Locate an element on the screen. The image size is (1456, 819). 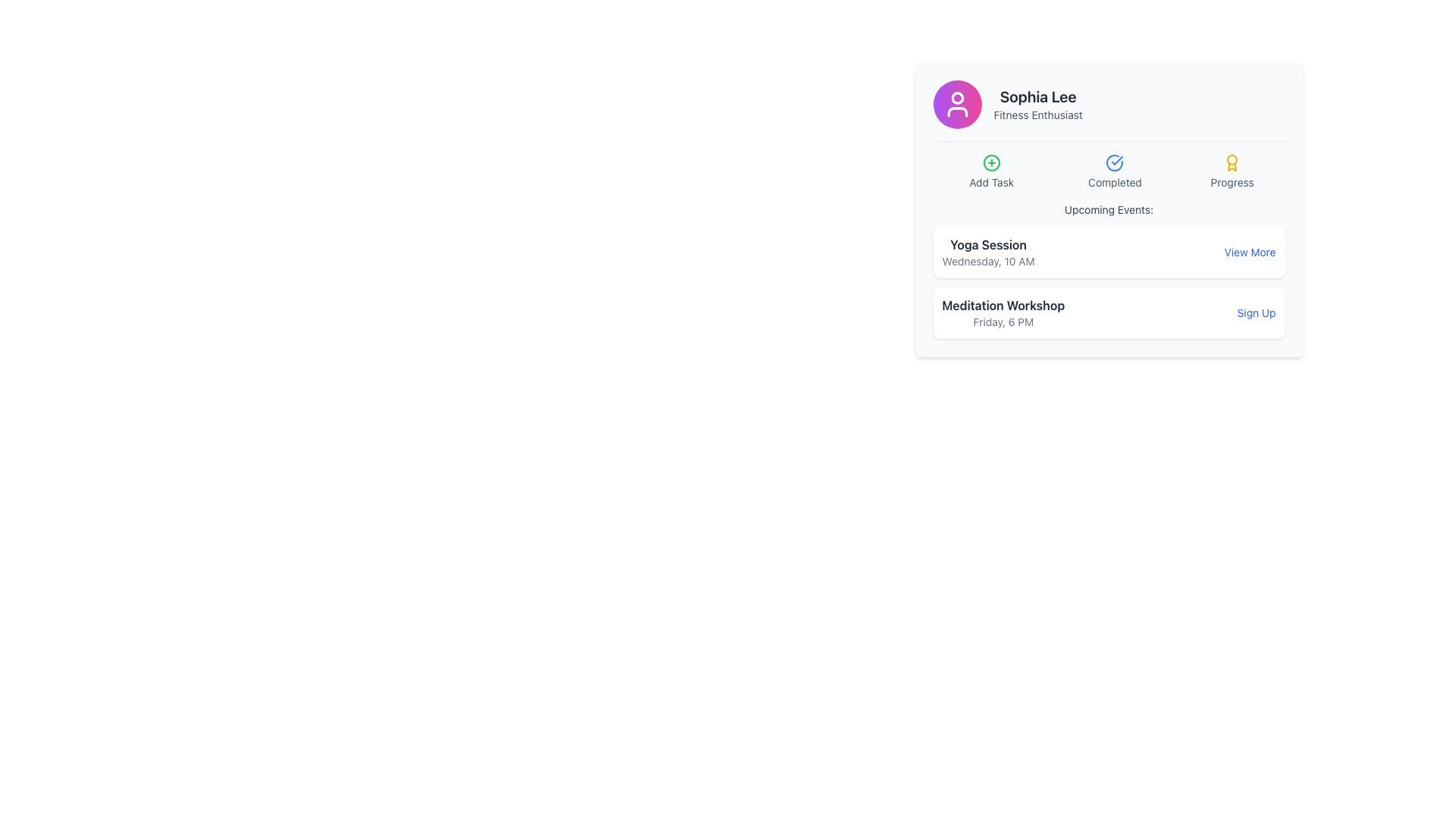
the text label displaying the details or timestamp for the 'Meditation Workshop' event, which is located below the title within the card component in the 'Upcoming Events' section is located at coordinates (1003, 321).